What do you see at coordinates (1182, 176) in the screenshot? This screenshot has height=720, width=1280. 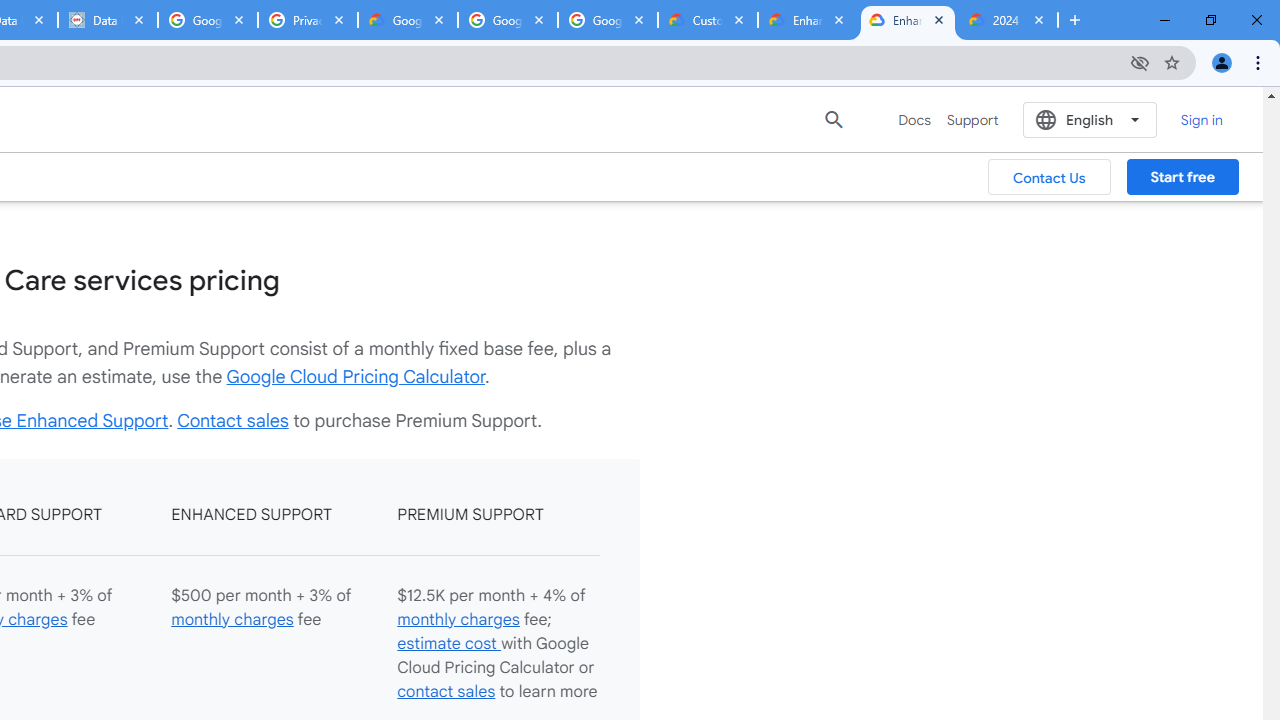 I see `'Start free'` at bounding box center [1182, 176].